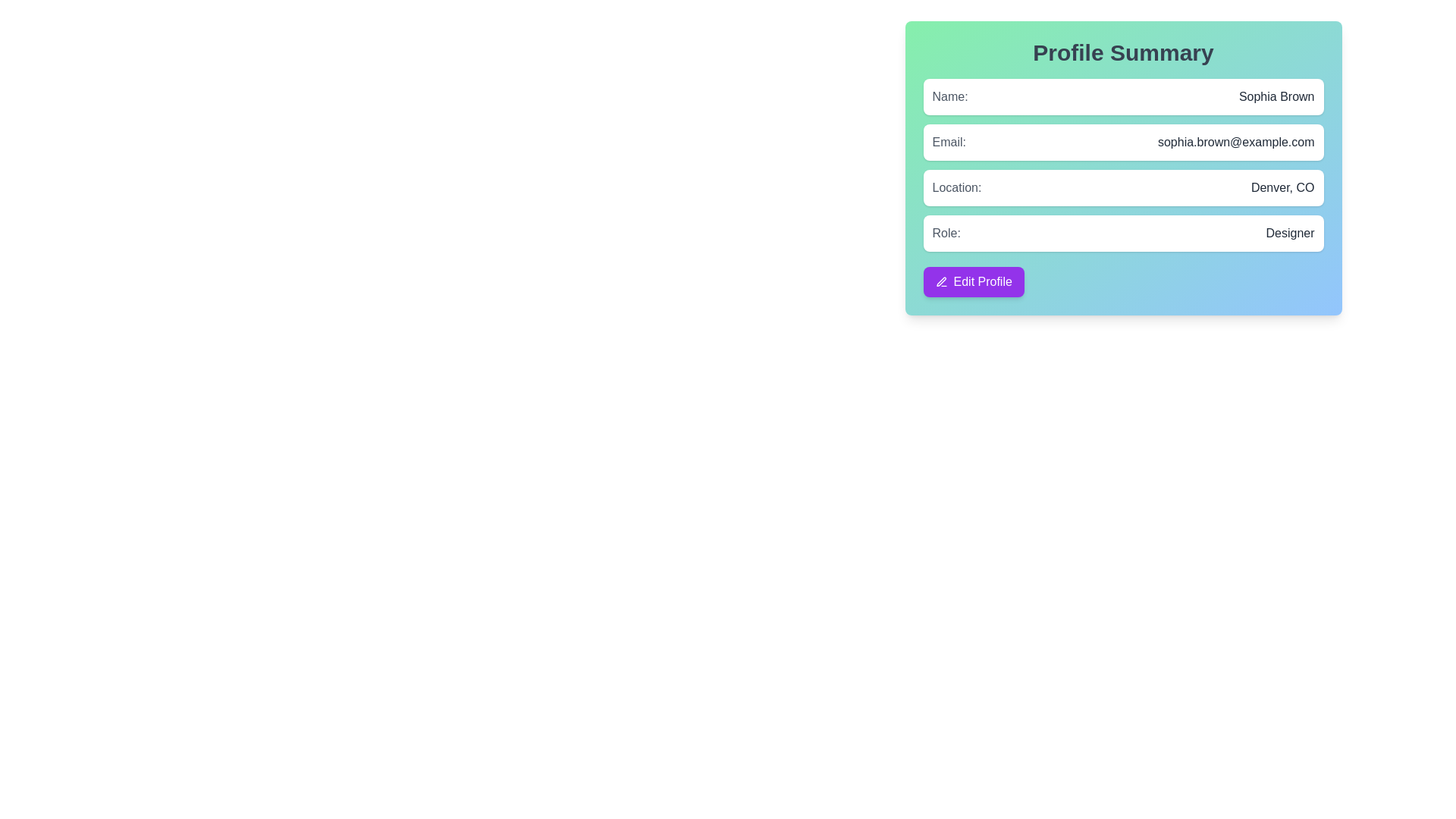 The height and width of the screenshot is (819, 1456). I want to click on the pen icon inside the purple 'Edit Profile' button located at the bottom-left corner of the 'Profile Summary' card, so click(940, 281).